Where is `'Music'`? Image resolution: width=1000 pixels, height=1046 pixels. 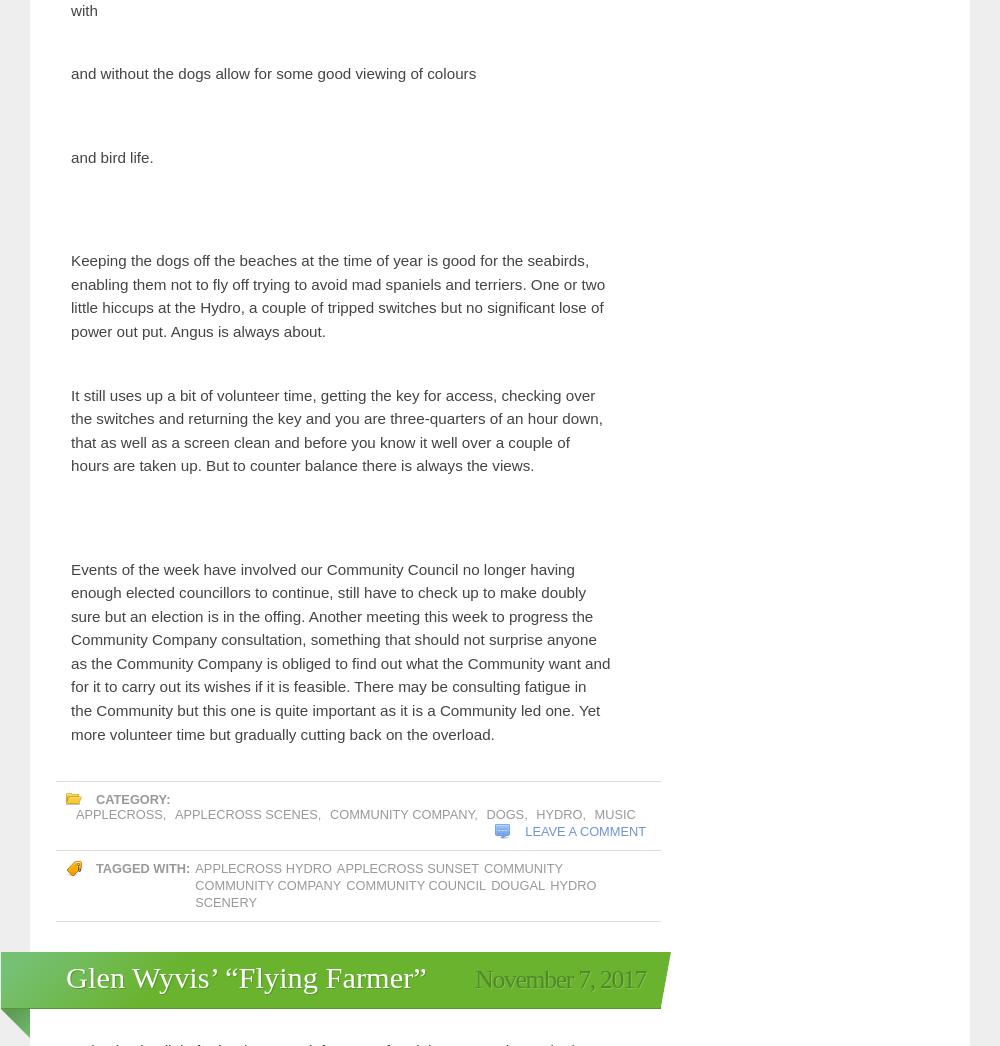 'Music' is located at coordinates (261, 749).